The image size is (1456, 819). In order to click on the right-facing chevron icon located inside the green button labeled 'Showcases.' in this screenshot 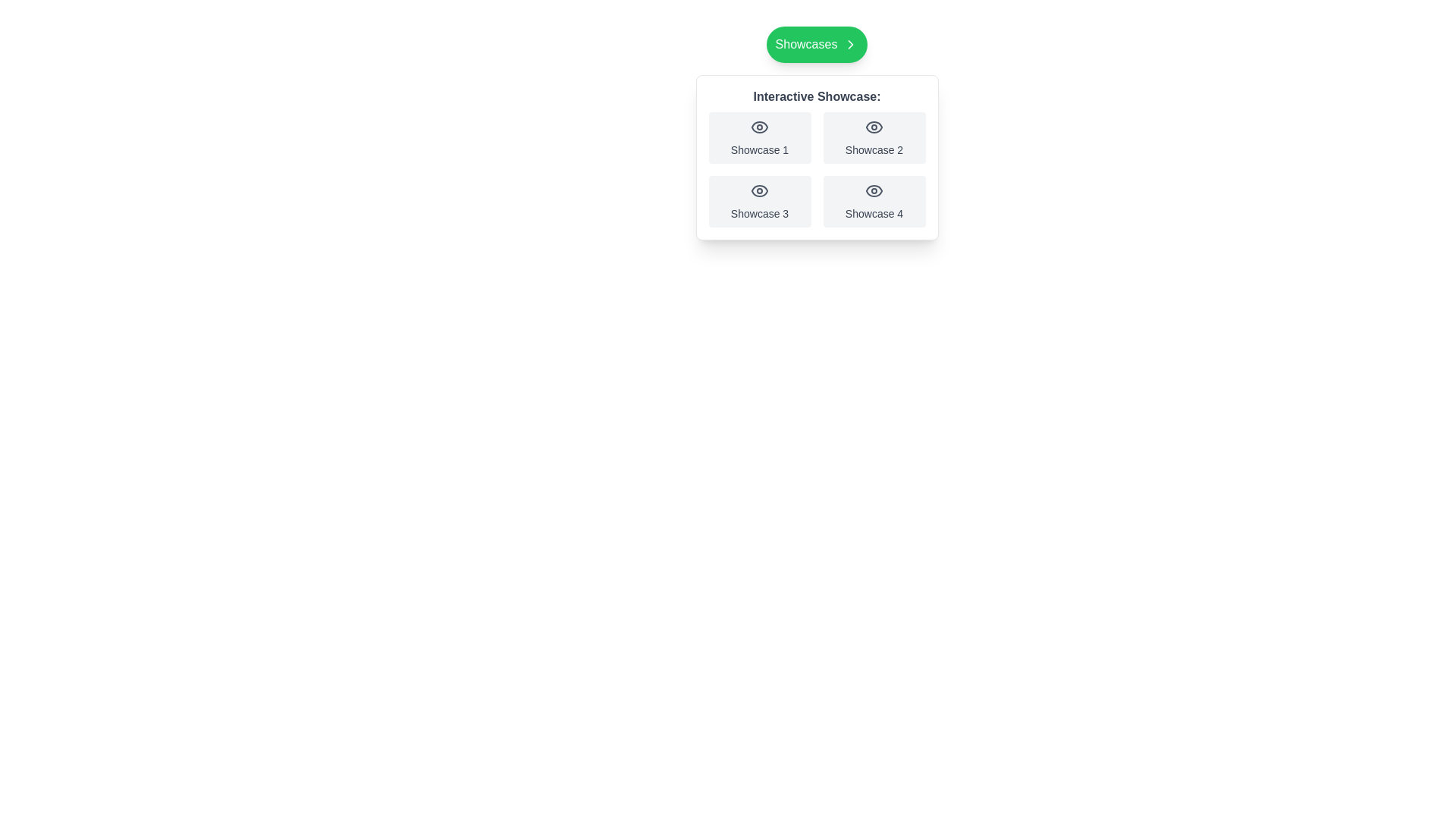, I will do `click(851, 43)`.